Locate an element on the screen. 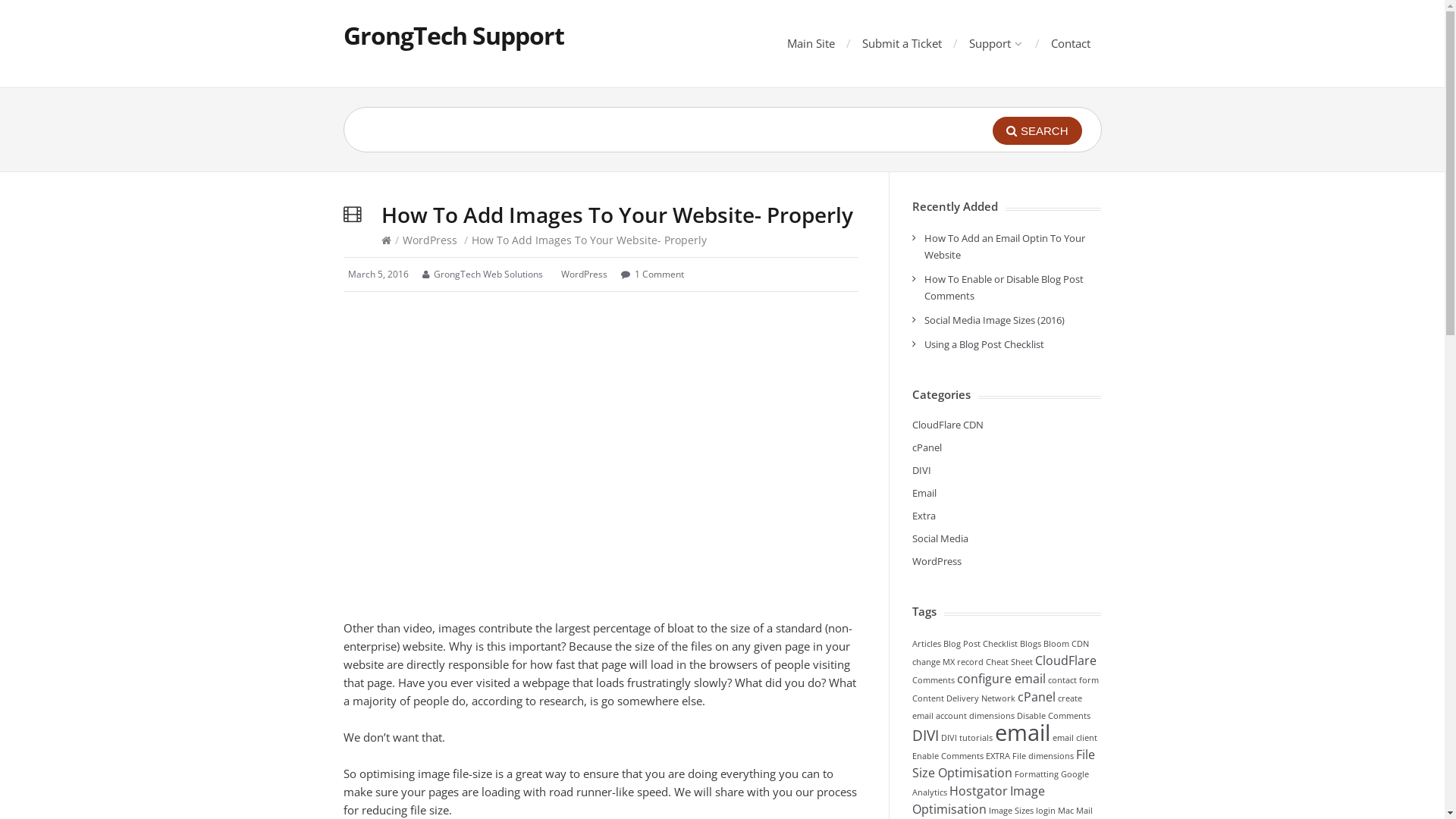 The image size is (1456, 819). '1 Comment' is located at coordinates (658, 274).